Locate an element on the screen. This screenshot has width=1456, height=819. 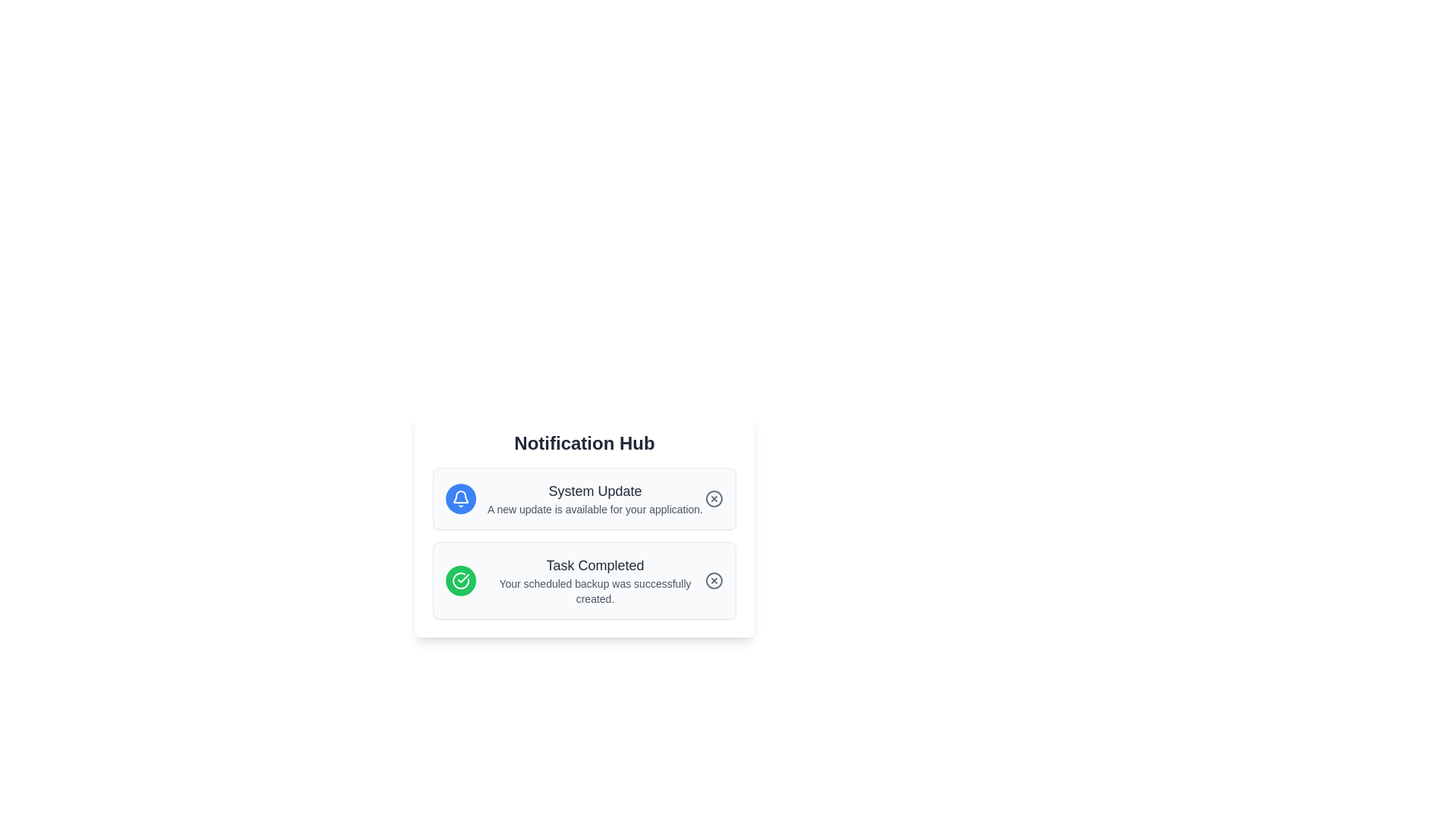
circular blue button with a white bell icon located at the left of the 'System Update' title in the top notification card is located at coordinates (460, 499).